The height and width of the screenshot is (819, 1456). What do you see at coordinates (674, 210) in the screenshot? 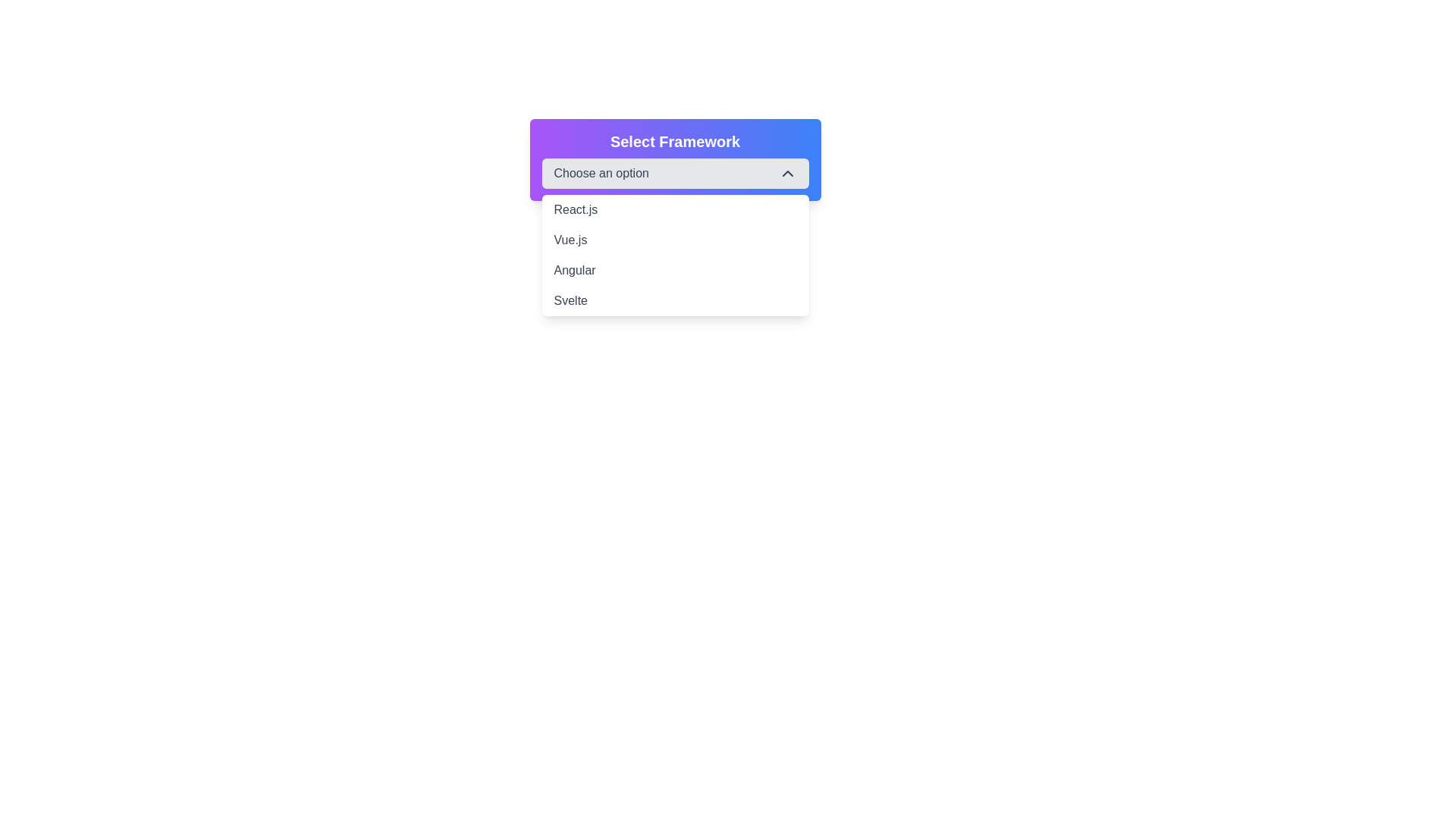
I see `the first item in the dropdown menu labeled 'React.js'` at bounding box center [674, 210].